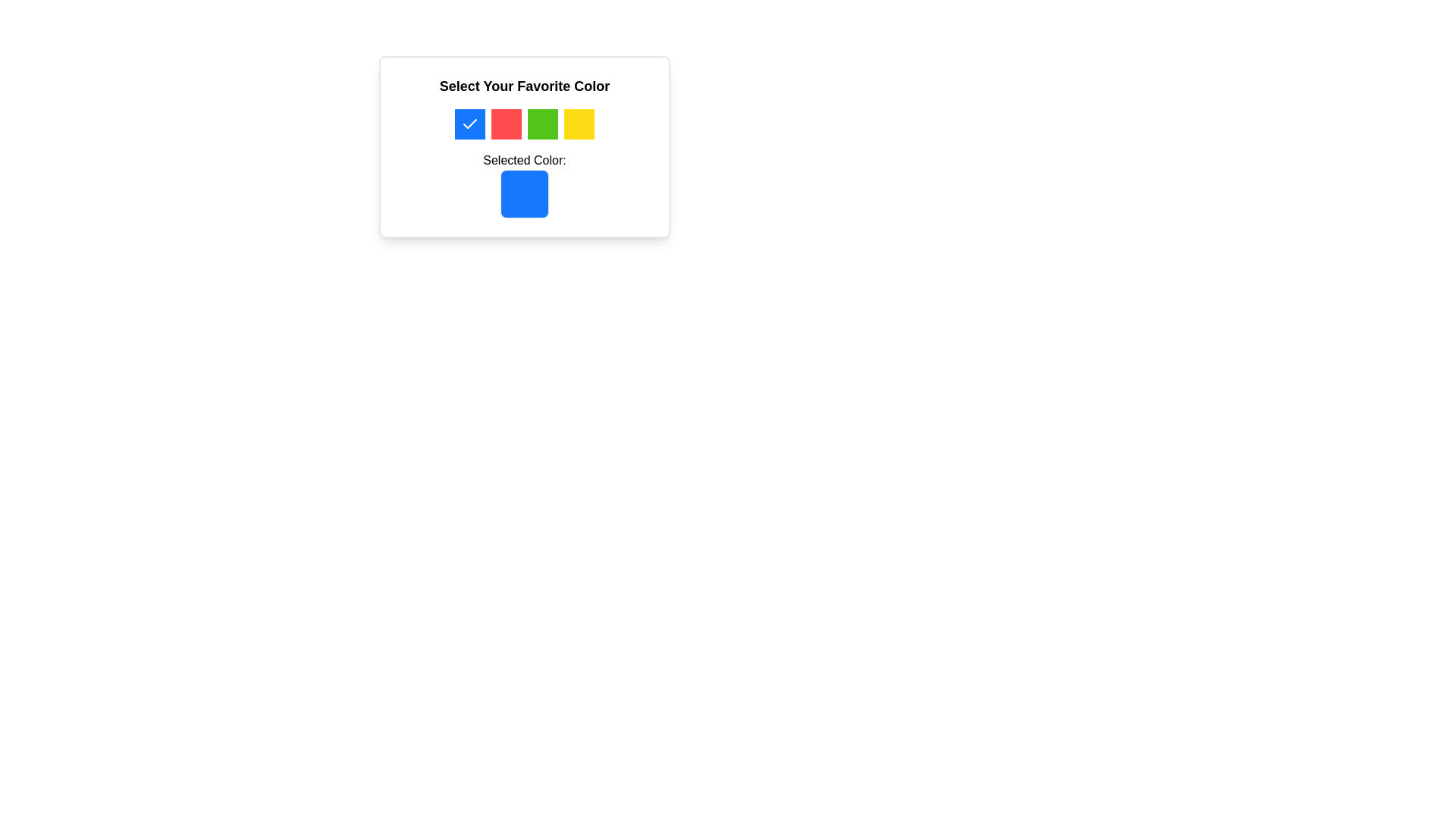  I want to click on the red color button located in the group of four colorful boxes to receive additional information or visual feedback, so click(506, 124).